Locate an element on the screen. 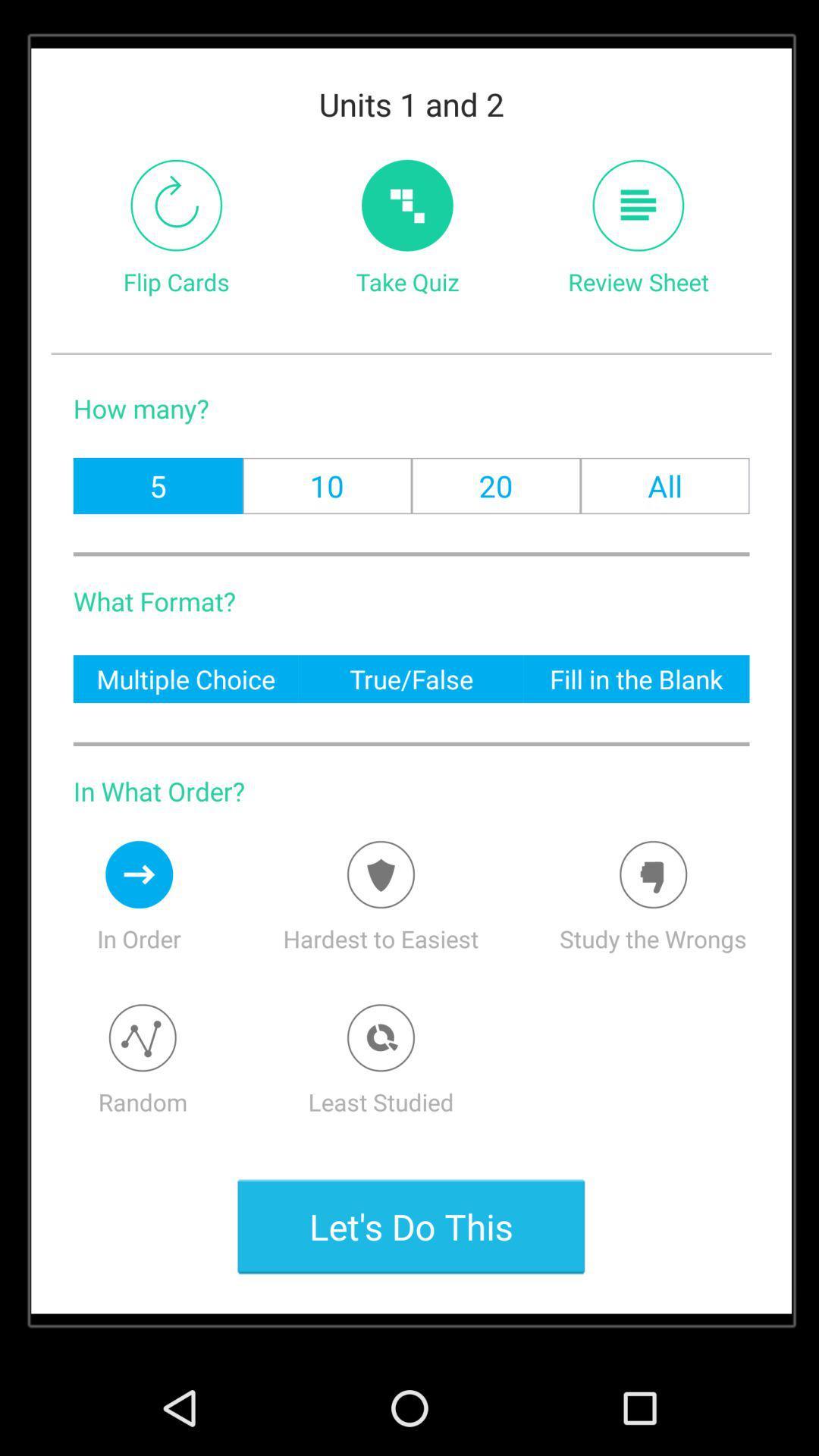 This screenshot has height=1456, width=819. jack the paper is located at coordinates (638, 205).